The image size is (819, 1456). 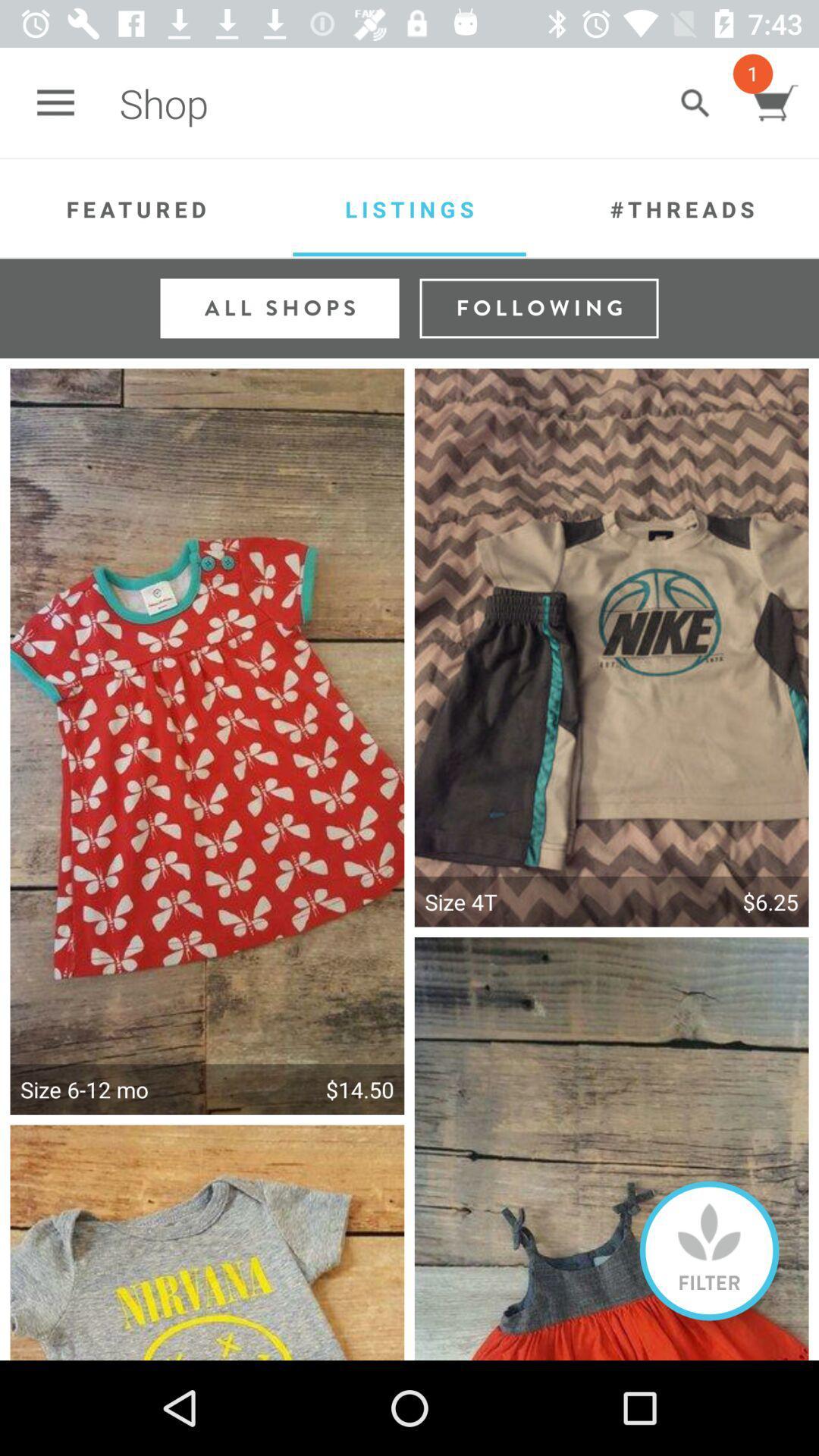 What do you see at coordinates (695, 102) in the screenshot?
I see `search option` at bounding box center [695, 102].